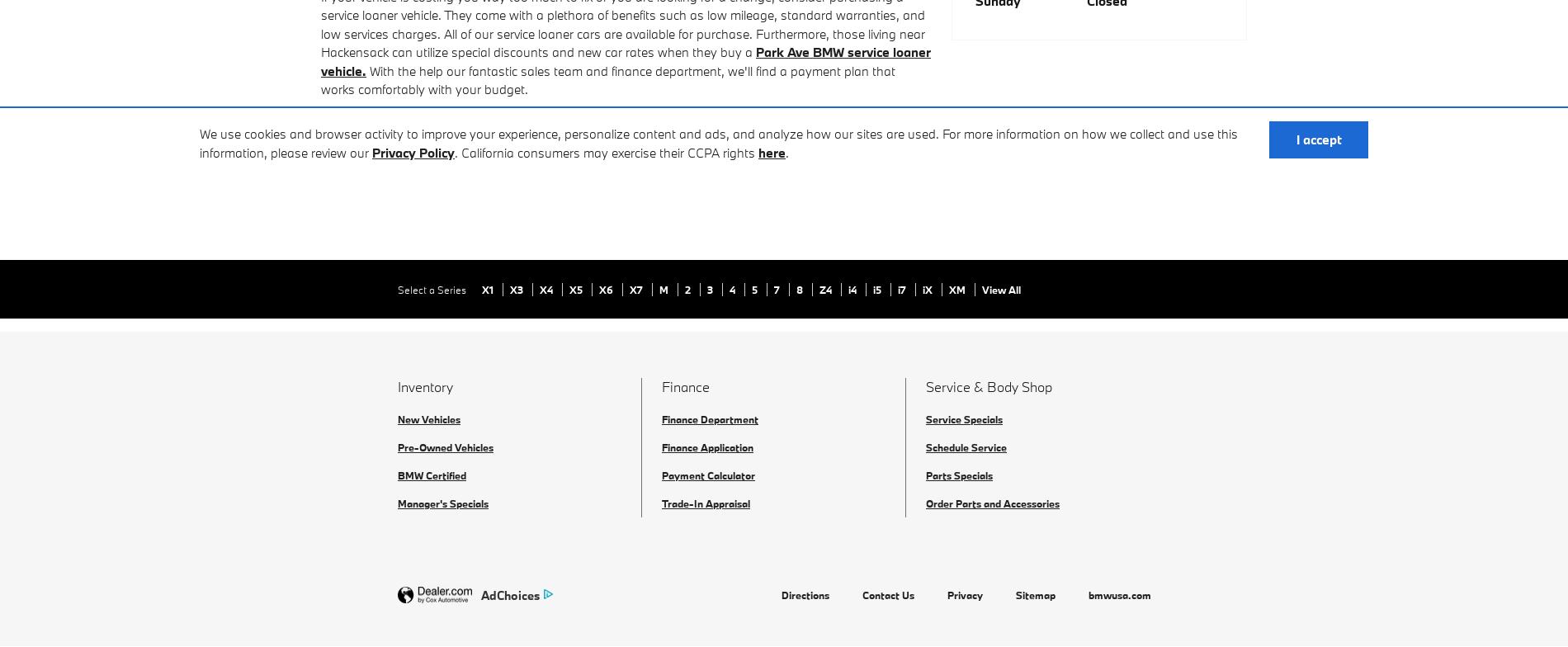  Describe the element at coordinates (988, 385) in the screenshot. I see `'Service & Body Shop'` at that location.